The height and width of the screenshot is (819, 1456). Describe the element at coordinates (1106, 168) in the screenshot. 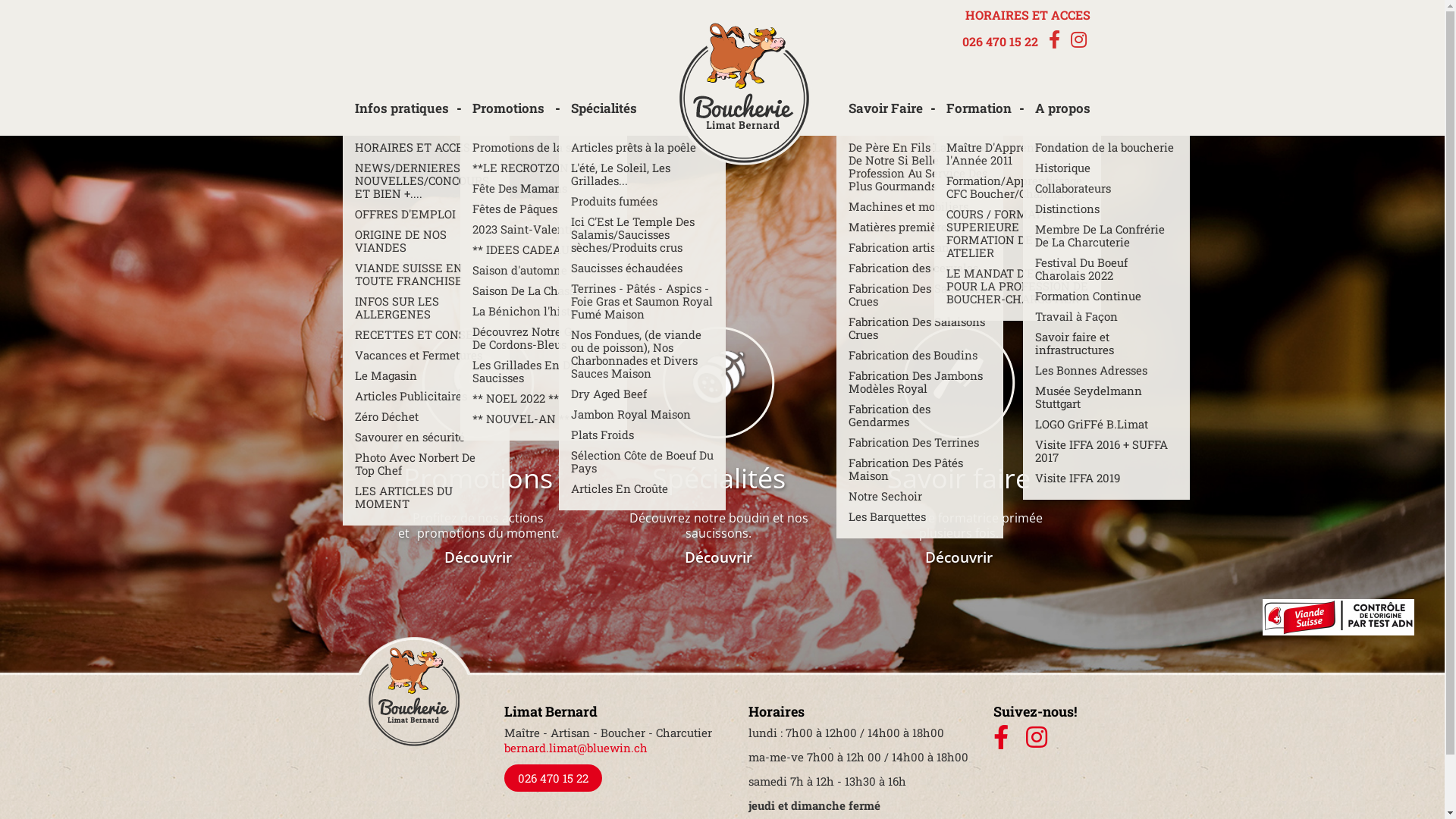

I see `'Historique'` at that location.